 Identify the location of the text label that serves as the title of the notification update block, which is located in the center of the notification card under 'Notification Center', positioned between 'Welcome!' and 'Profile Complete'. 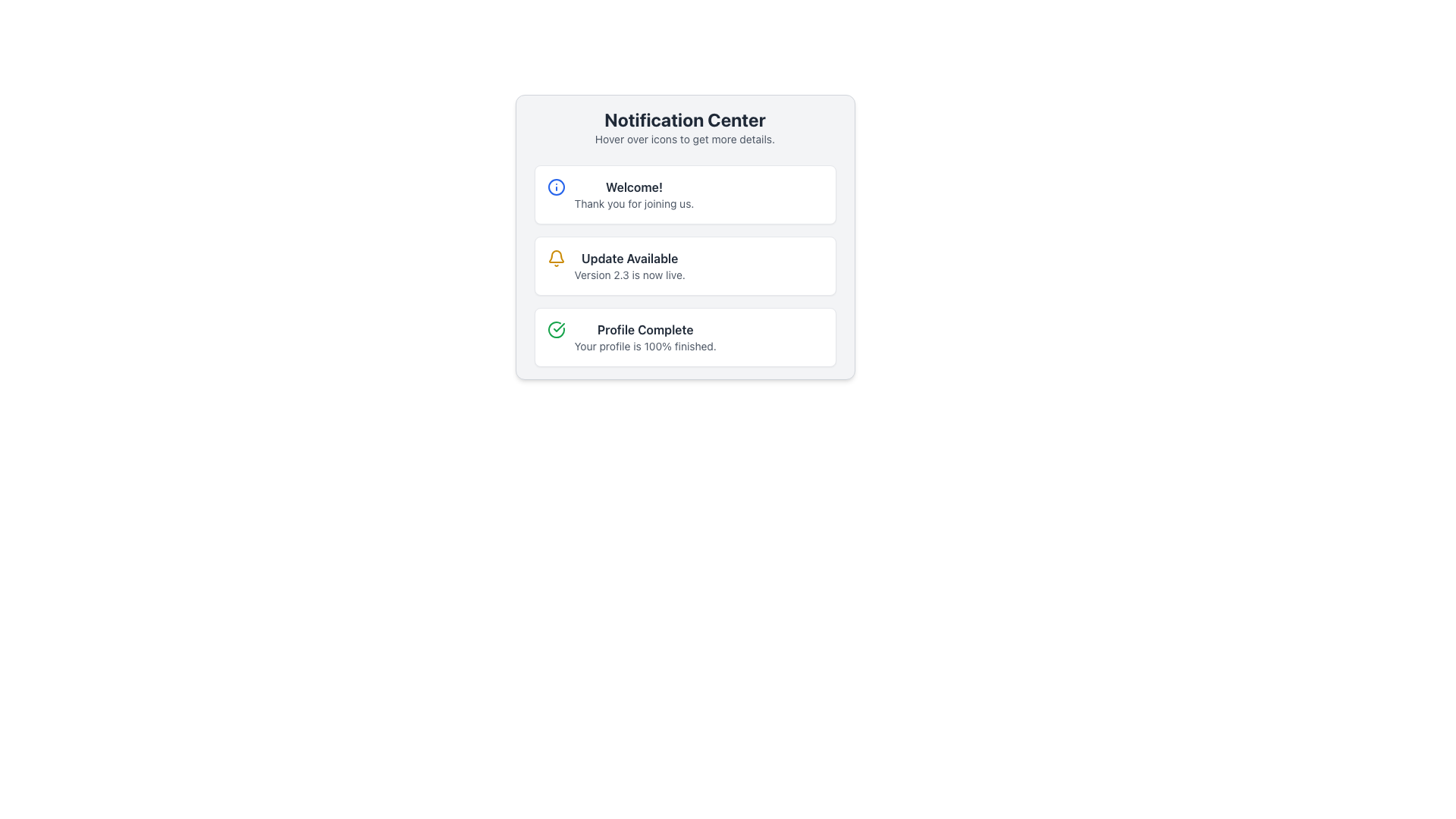
(629, 257).